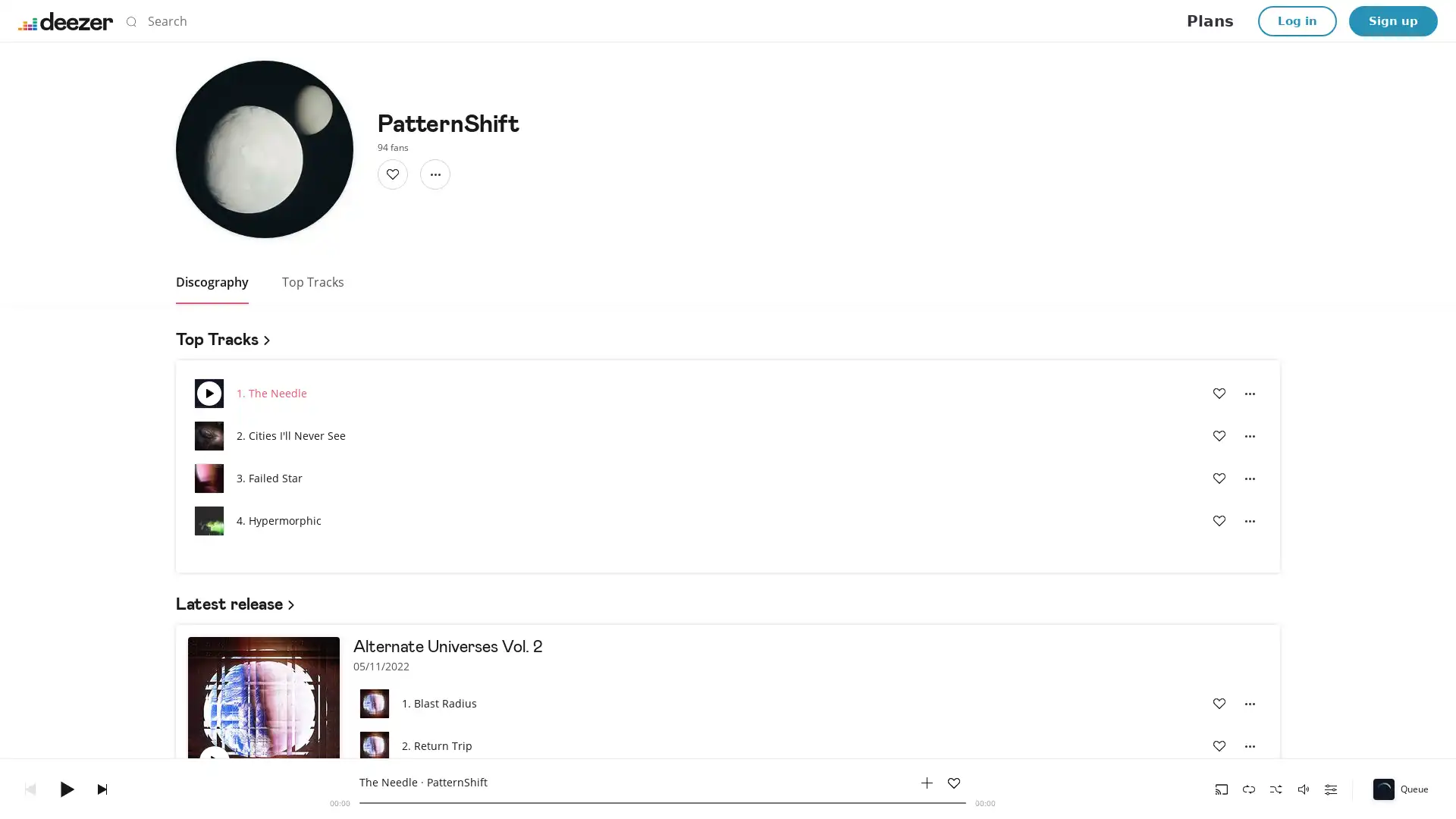 This screenshot has width=1456, height=819. I want to click on Play Astronautics by PatternShift, so click(375, 788).